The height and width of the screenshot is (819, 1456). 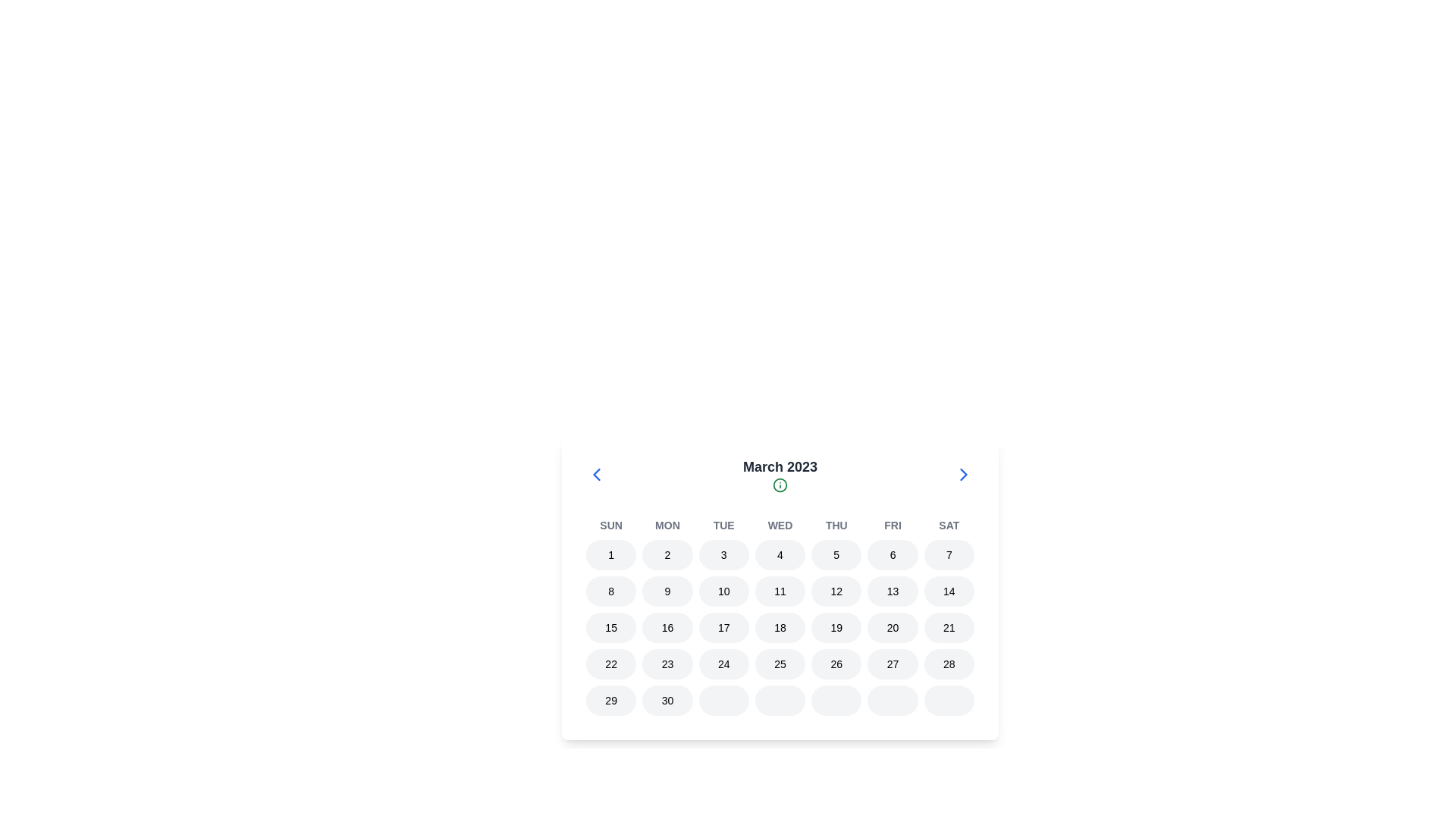 I want to click on the date cell in the Calendar Grid for March 2023, so click(x=780, y=617).